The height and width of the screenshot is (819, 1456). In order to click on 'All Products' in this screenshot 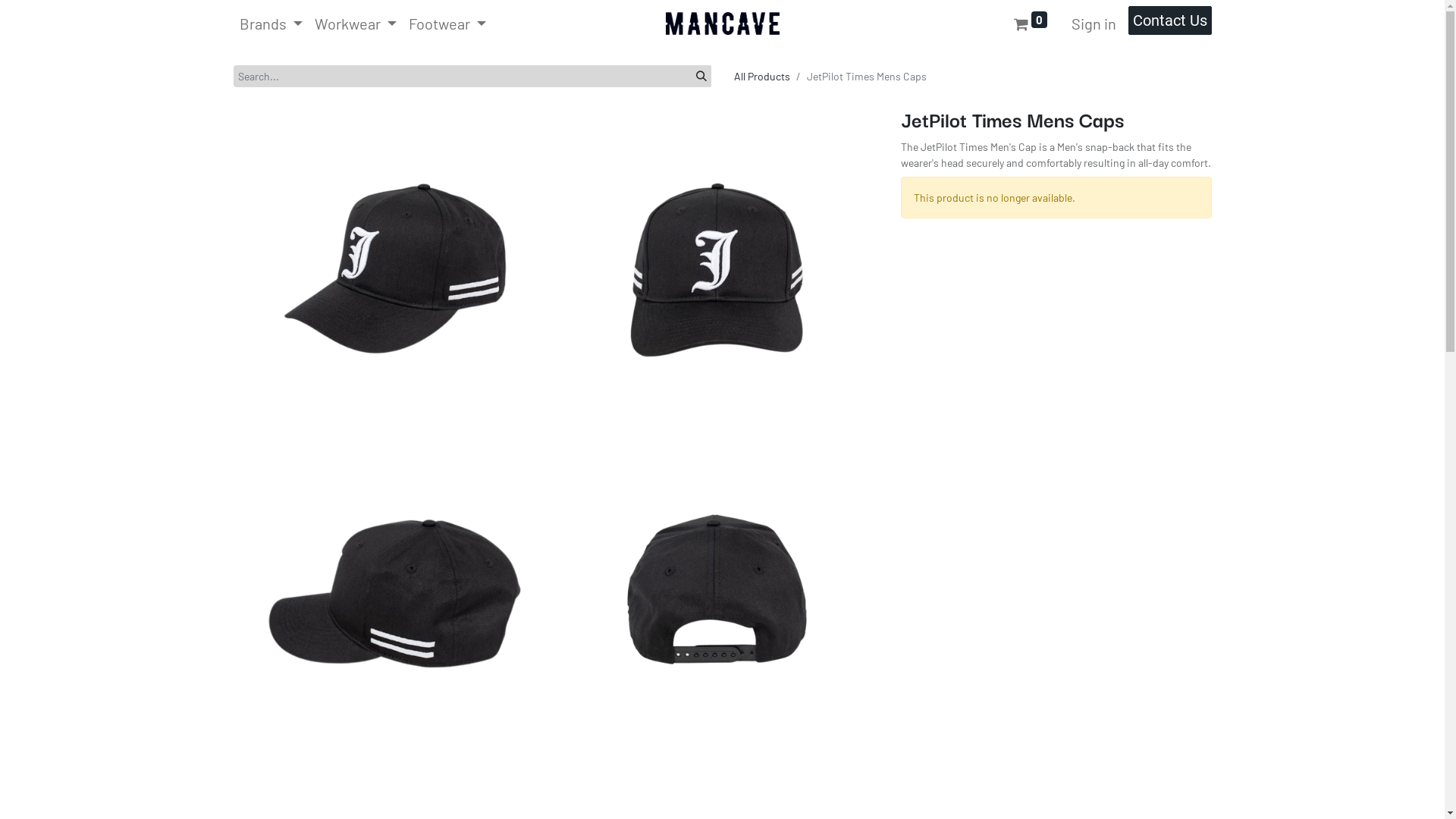, I will do `click(734, 76)`.